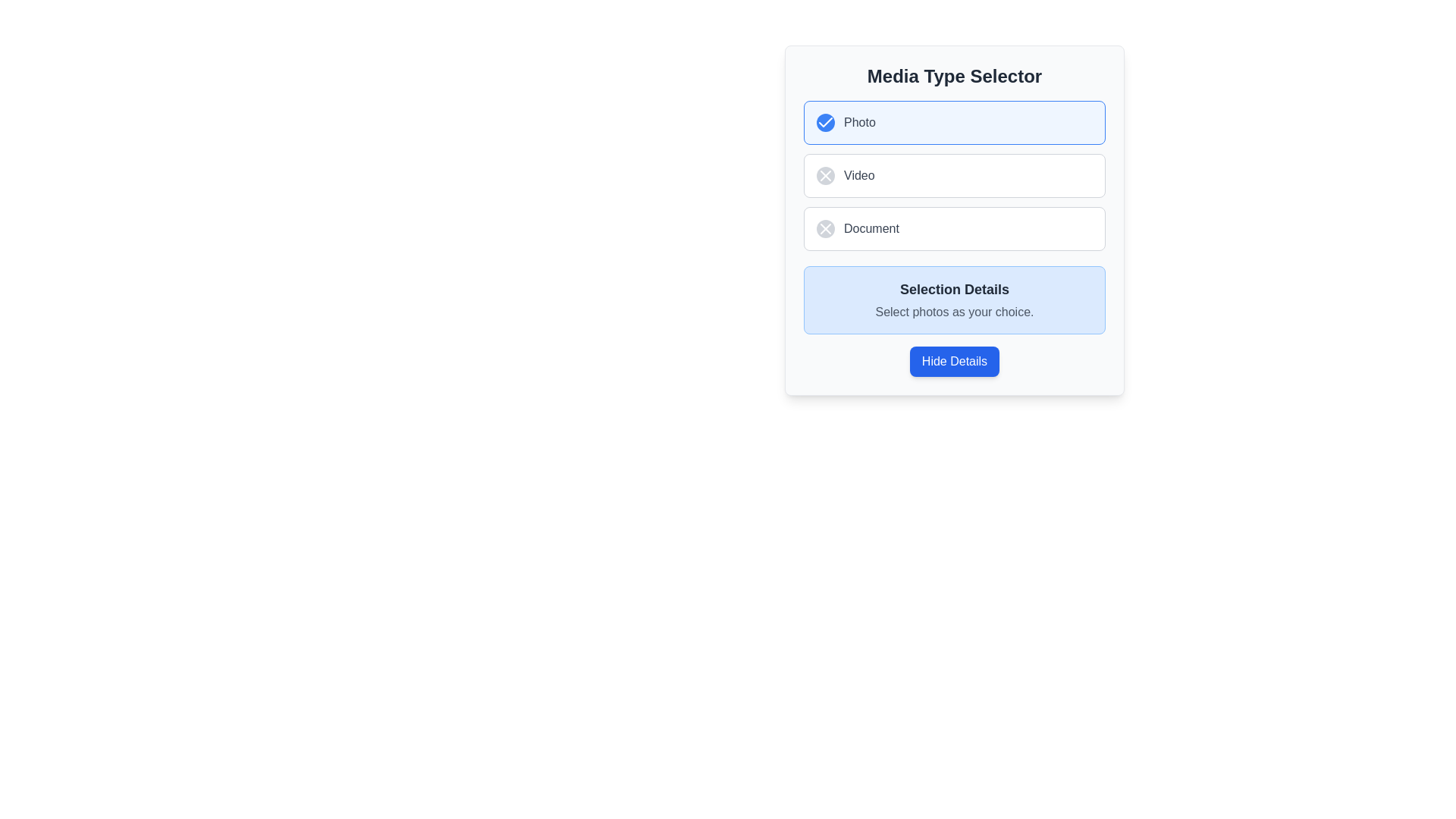 The image size is (1456, 819). I want to click on the prominently styled text label that reads 'Selection Details', which is located in the lower section of the 'Media Type Selector' card, so click(953, 289).